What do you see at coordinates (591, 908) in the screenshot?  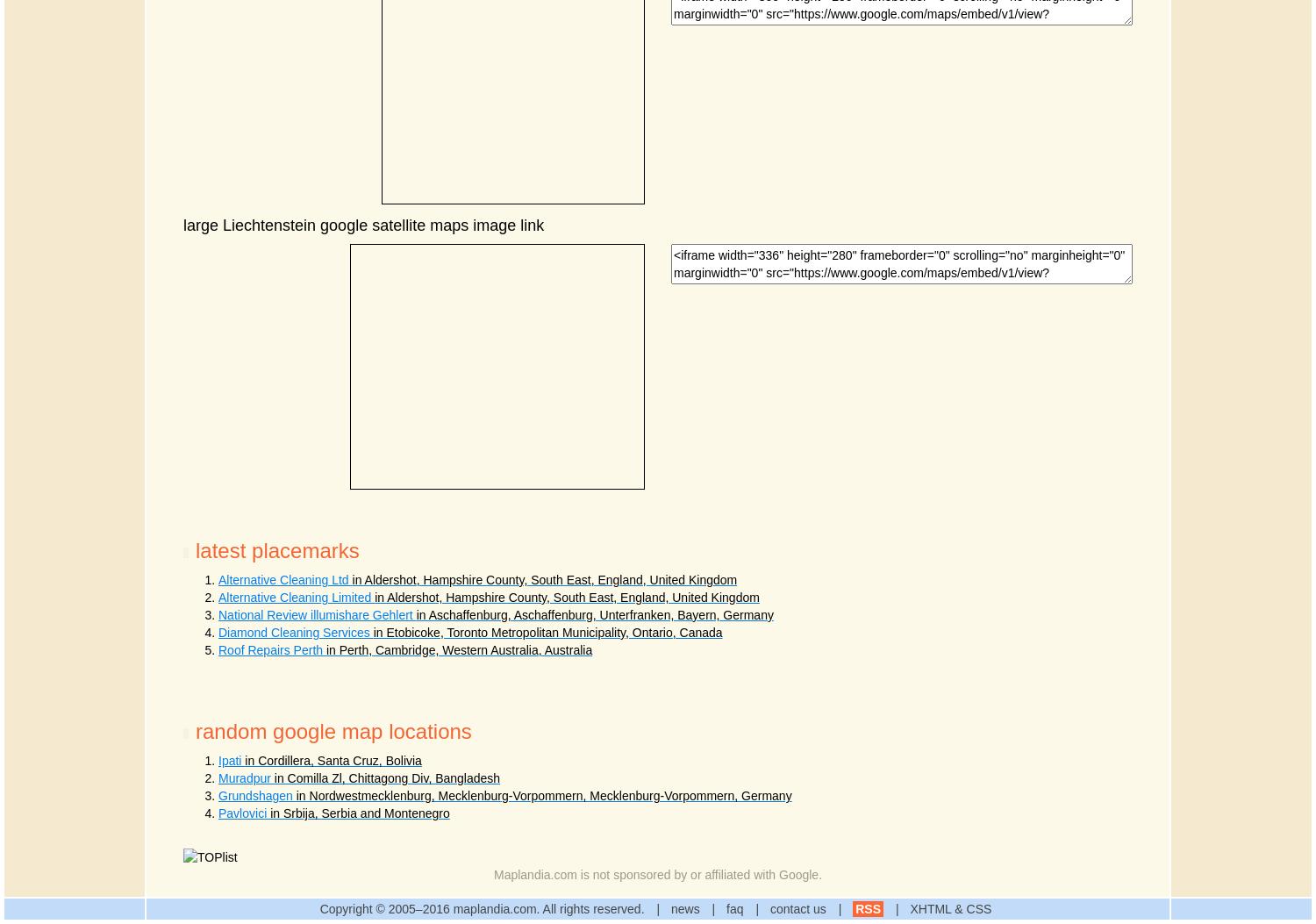 I see `'All rights reserved.'` at bounding box center [591, 908].